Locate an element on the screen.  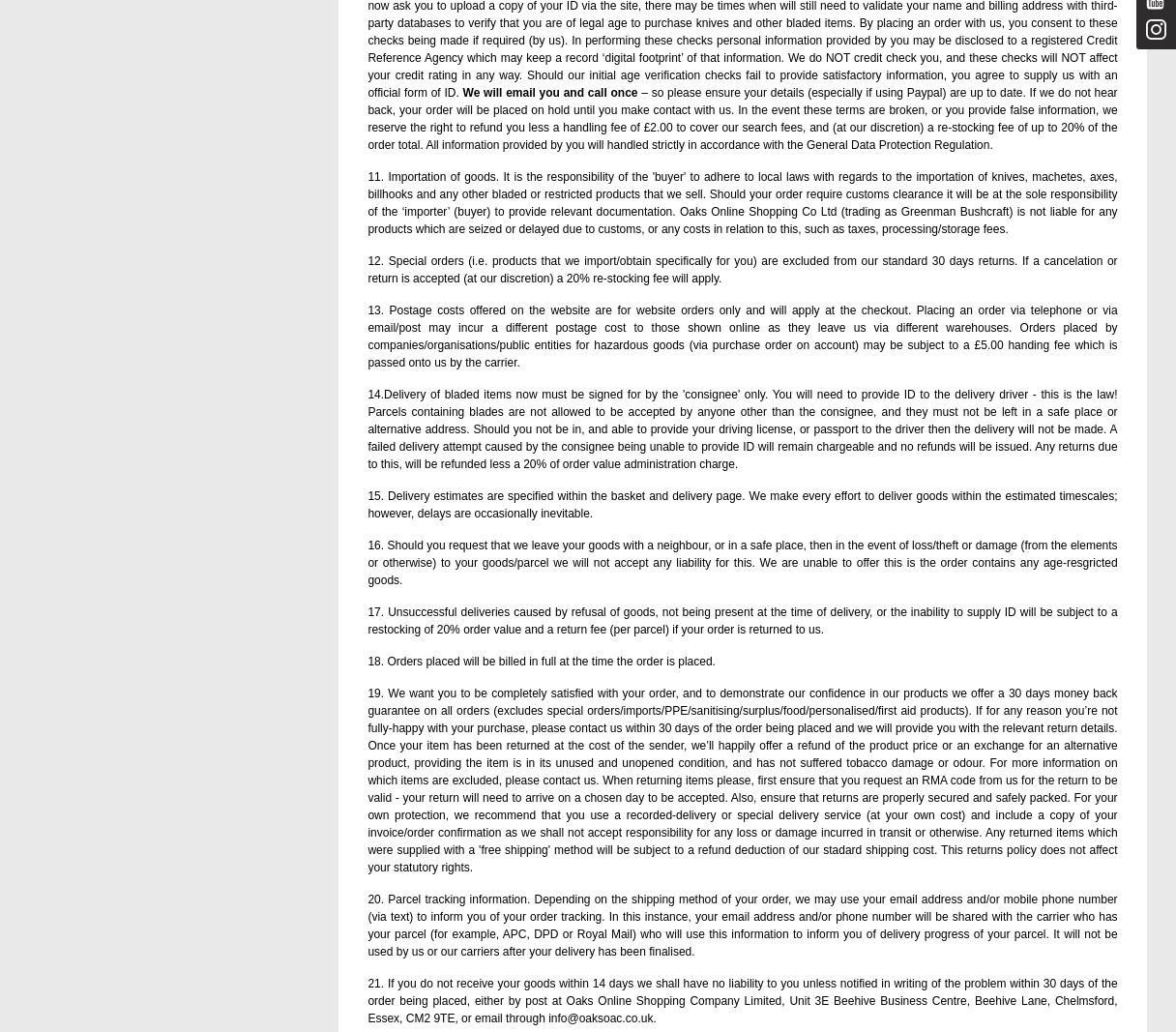
'11. Importation of goods. It is the responsibility of the 'buyer' to adhere to local laws with regards to the importation of knives, machetes, axes, billhooks and any other bladed or restricted products that we sell. Should your order require customs clearance it will be at the sole responsibility of the ‘importer’ (buyer) to provide relevant documentation. Oaks Online Shopping Co Ltd (trading as Greenman Bushcraft) is not liable for any products which are seized or delayed due to customs, or any costs in relation to this, such as taxes, processing/storage fees.' is located at coordinates (742, 202).